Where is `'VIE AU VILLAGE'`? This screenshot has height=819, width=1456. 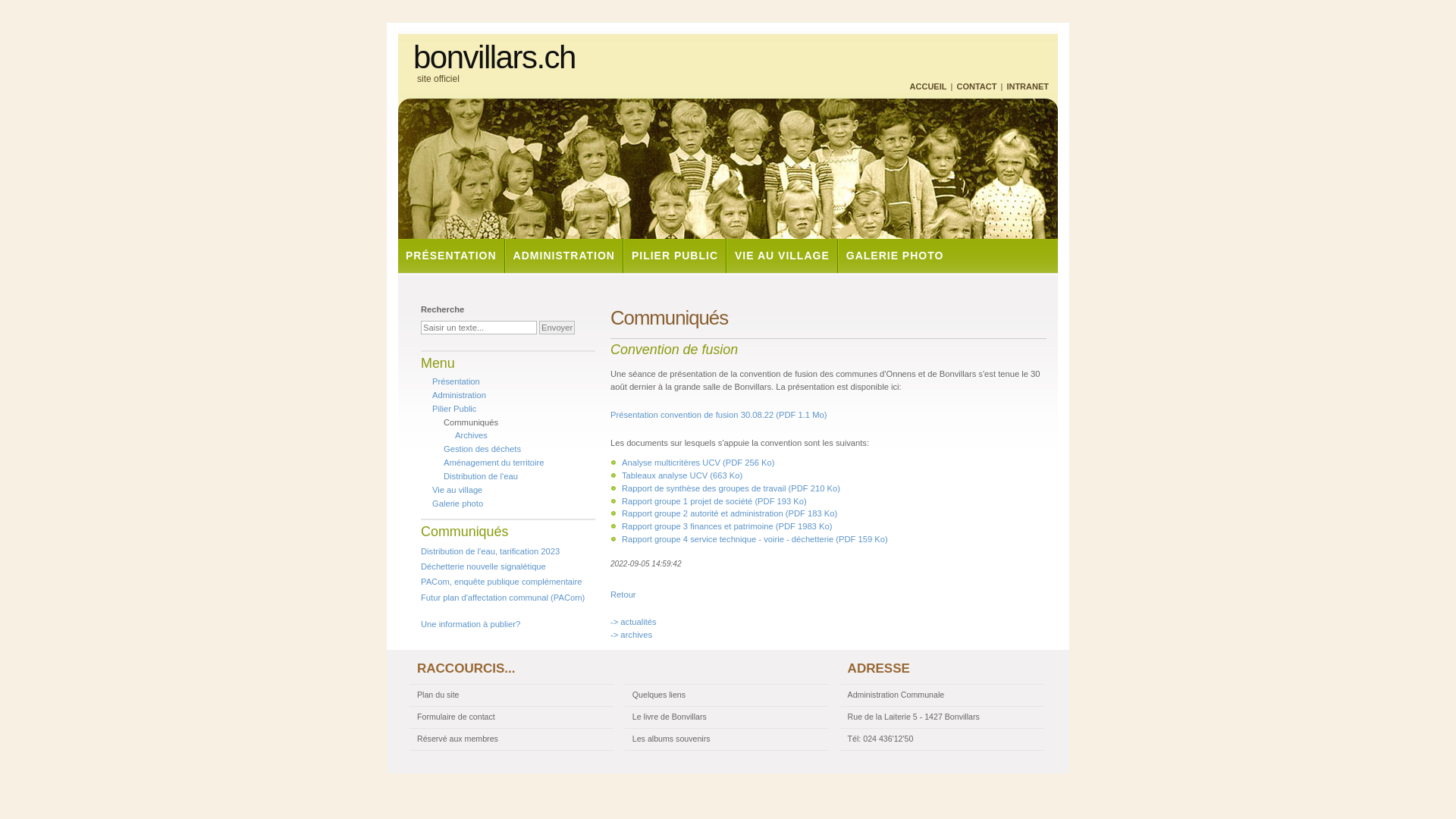
'VIE AU VILLAGE' is located at coordinates (724, 255).